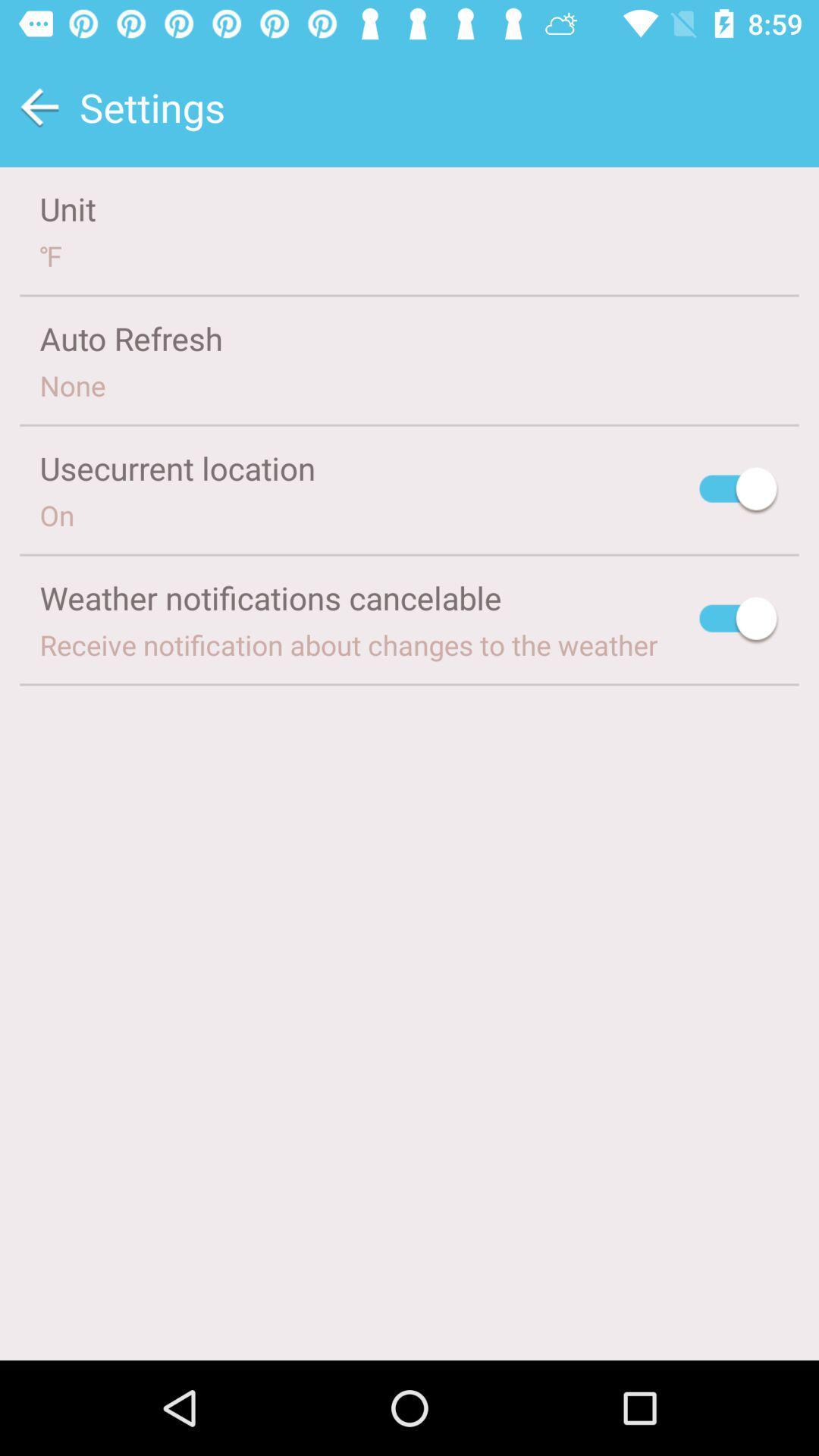 The image size is (819, 1456). Describe the element at coordinates (739, 621) in the screenshot. I see `turn off notifications` at that location.